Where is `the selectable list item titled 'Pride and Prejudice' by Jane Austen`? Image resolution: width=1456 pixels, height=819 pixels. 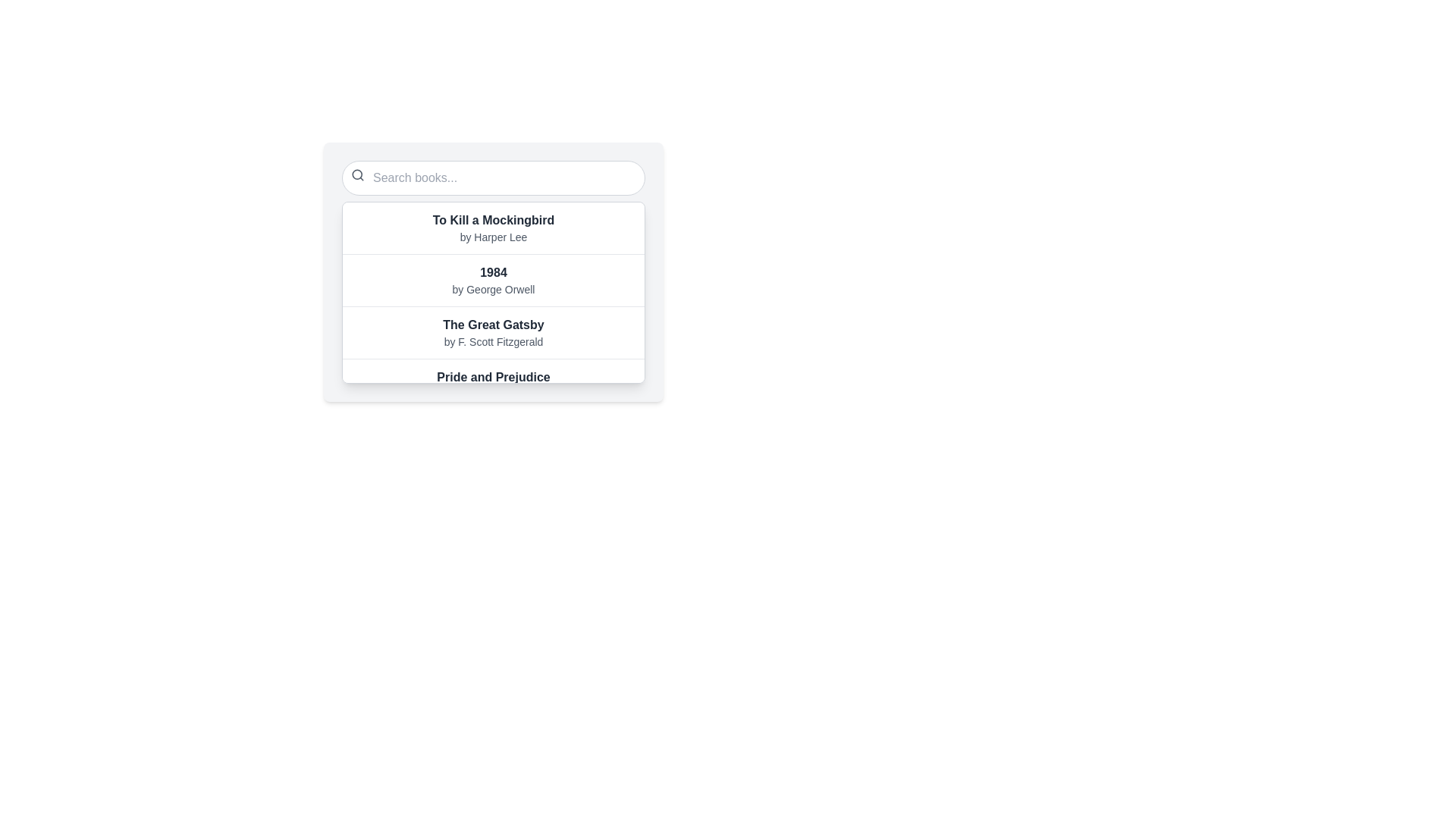 the selectable list item titled 'Pride and Prejudice' by Jane Austen is located at coordinates (494, 384).